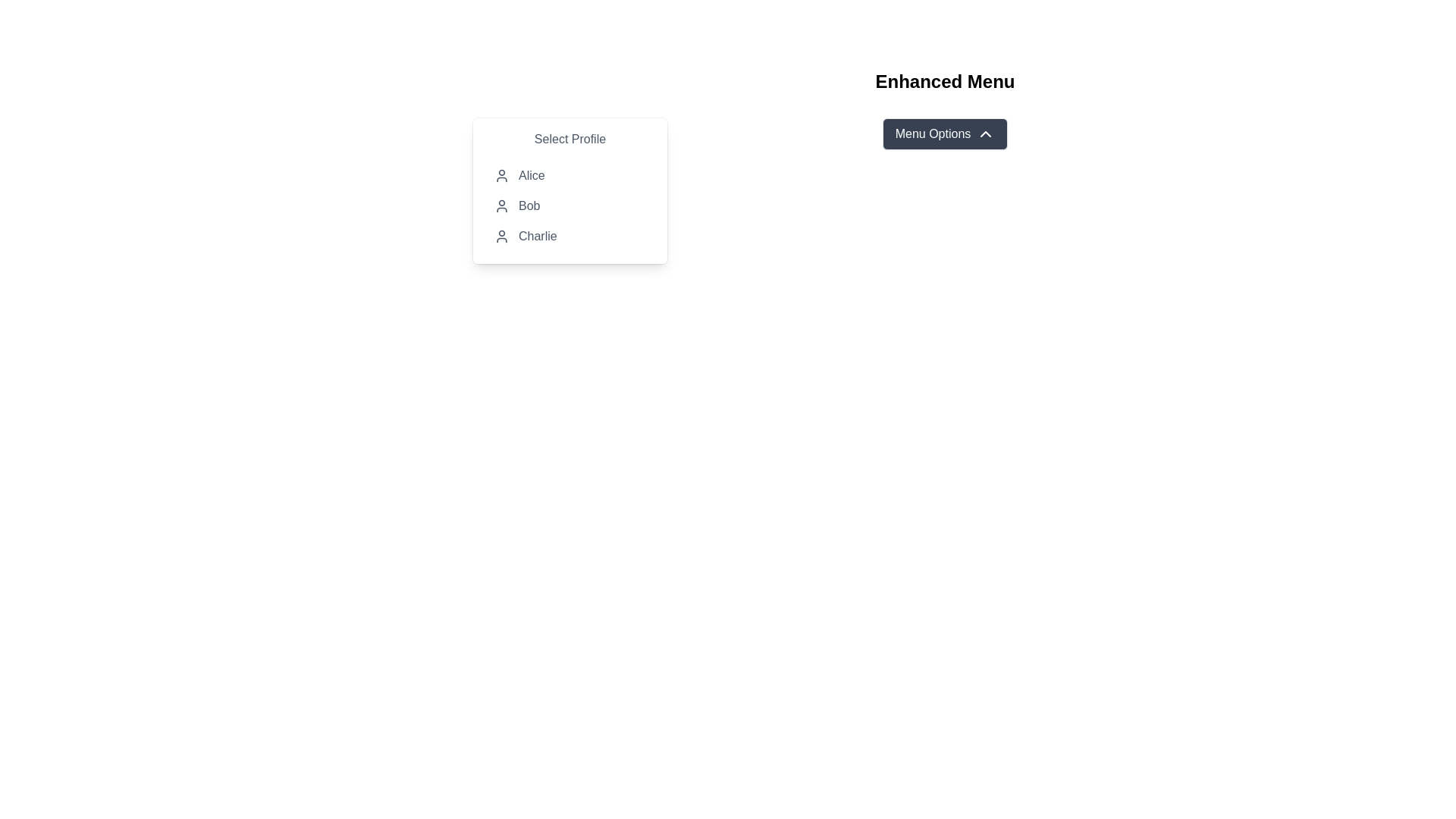 The width and height of the screenshot is (1456, 819). Describe the element at coordinates (986, 133) in the screenshot. I see `the chevron arrow icon indicating the expandable menu state, located to the right of the 'Menu Options' button` at that location.